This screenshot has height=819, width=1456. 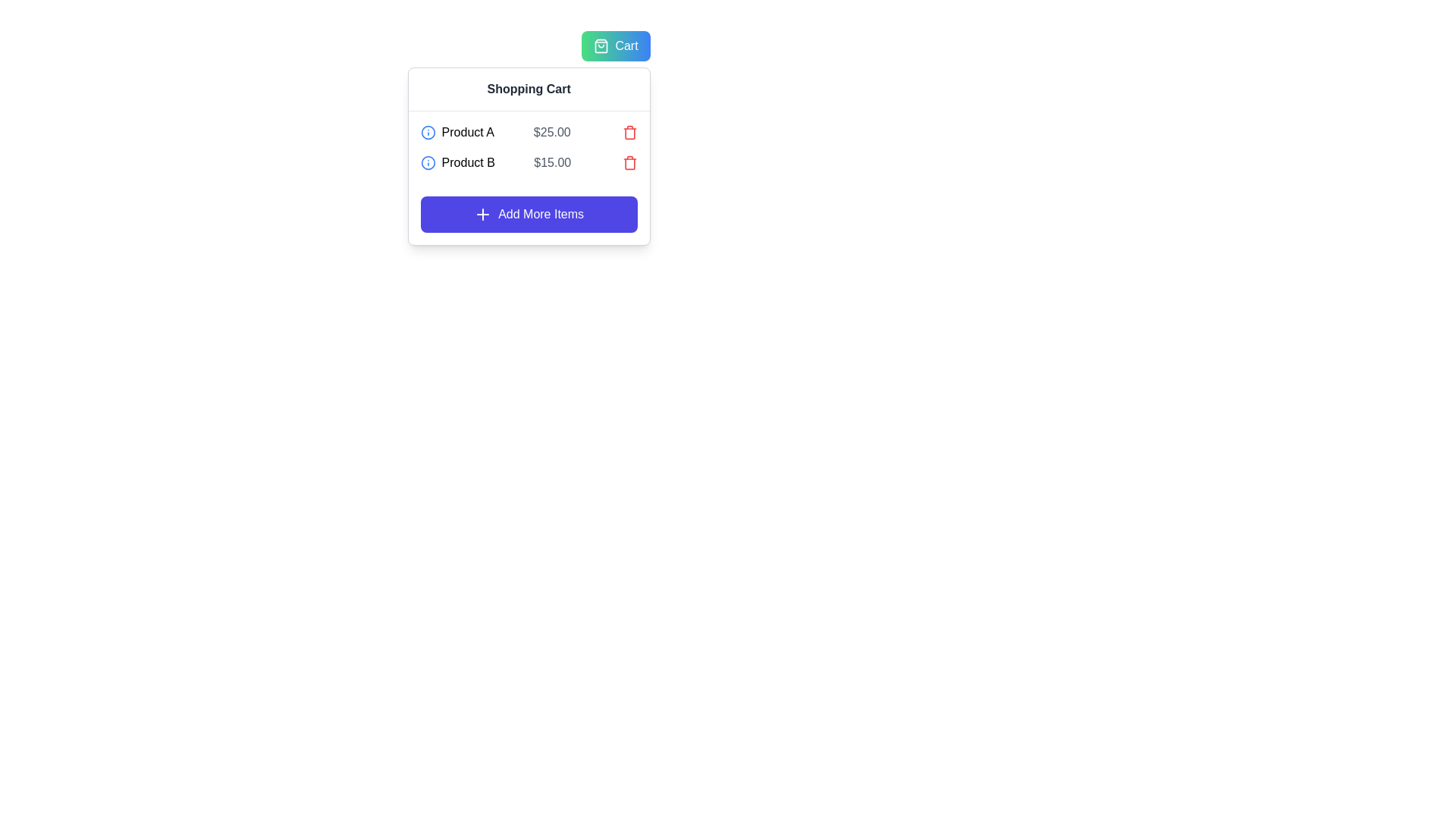 What do you see at coordinates (427, 163) in the screenshot?
I see `the informational icon located to the left of the 'Product B' text label in the shopping cart list` at bounding box center [427, 163].